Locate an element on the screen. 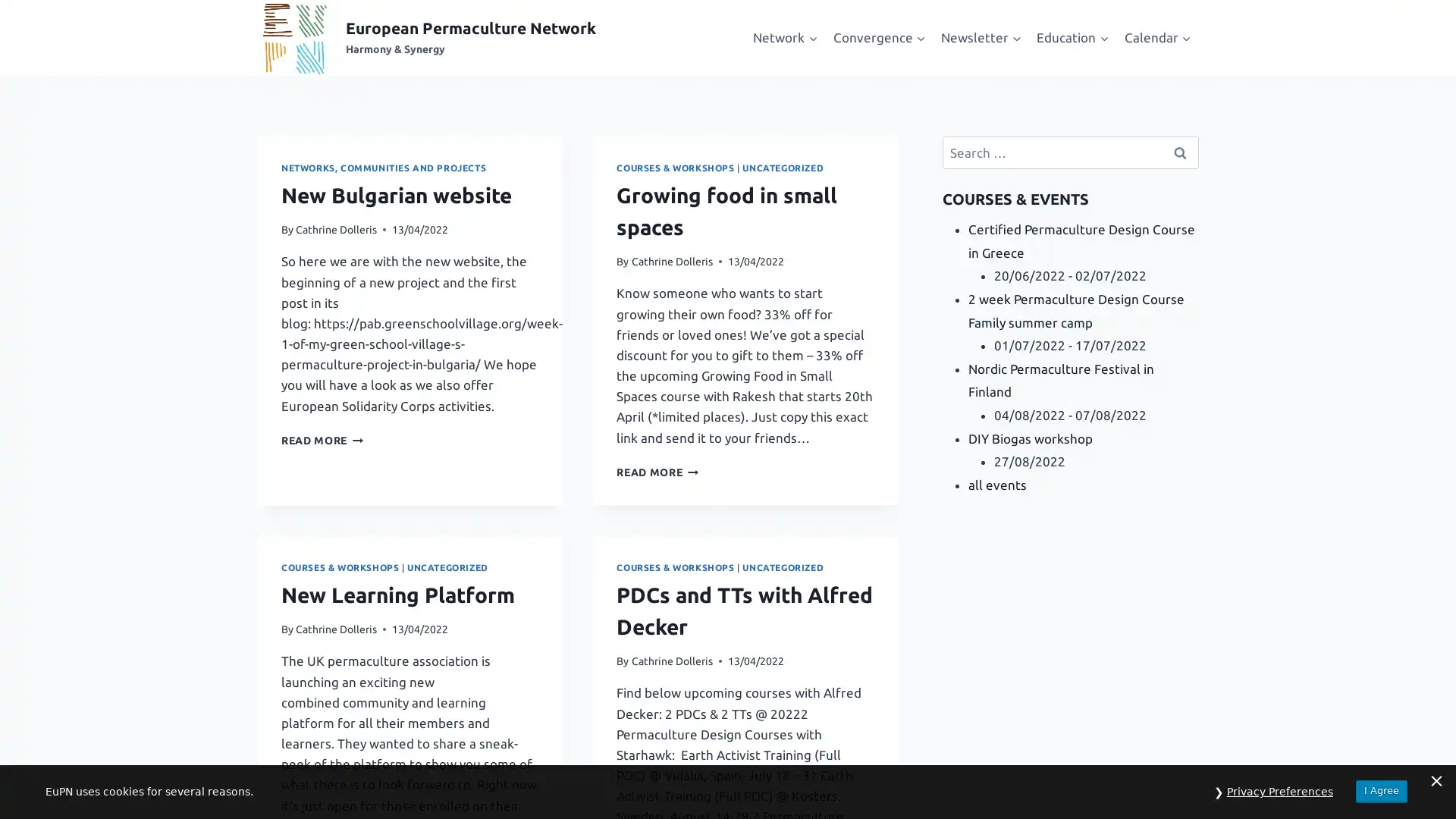 This screenshot has height=819, width=1456. I Agree is located at coordinates (1384, 790).